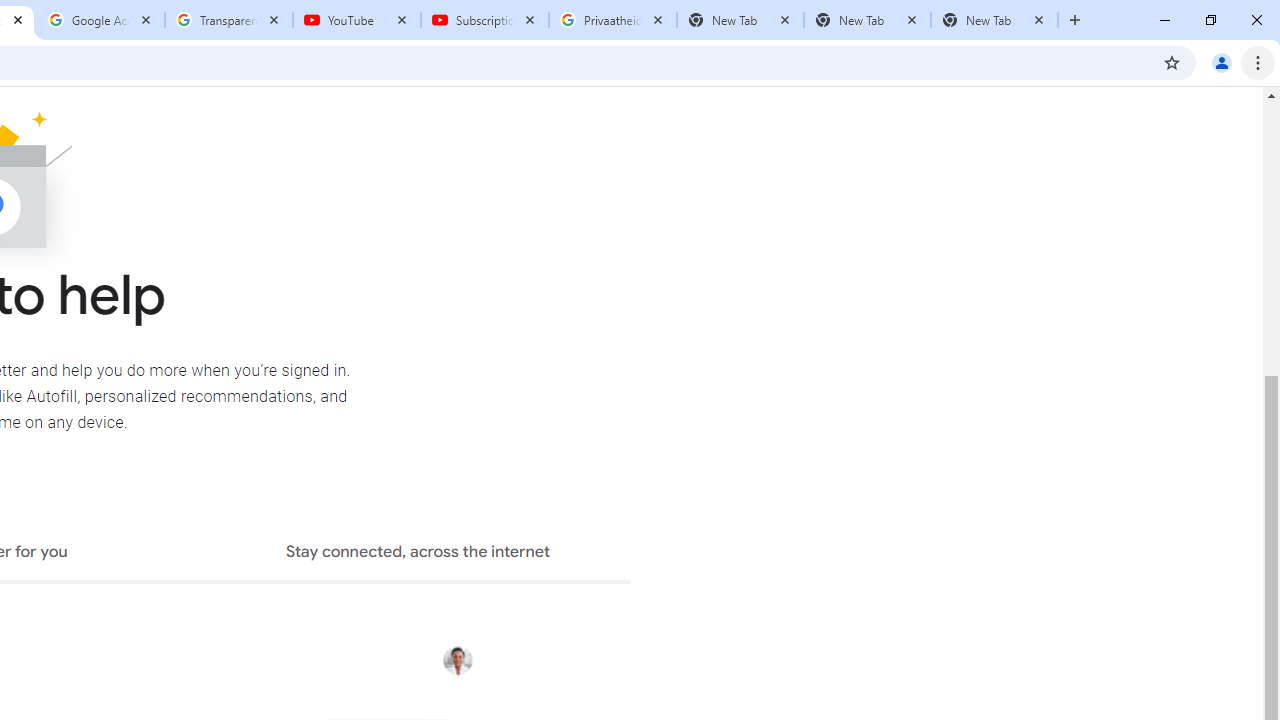  What do you see at coordinates (416, 554) in the screenshot?
I see `'Stay connected, across the internet'` at bounding box center [416, 554].